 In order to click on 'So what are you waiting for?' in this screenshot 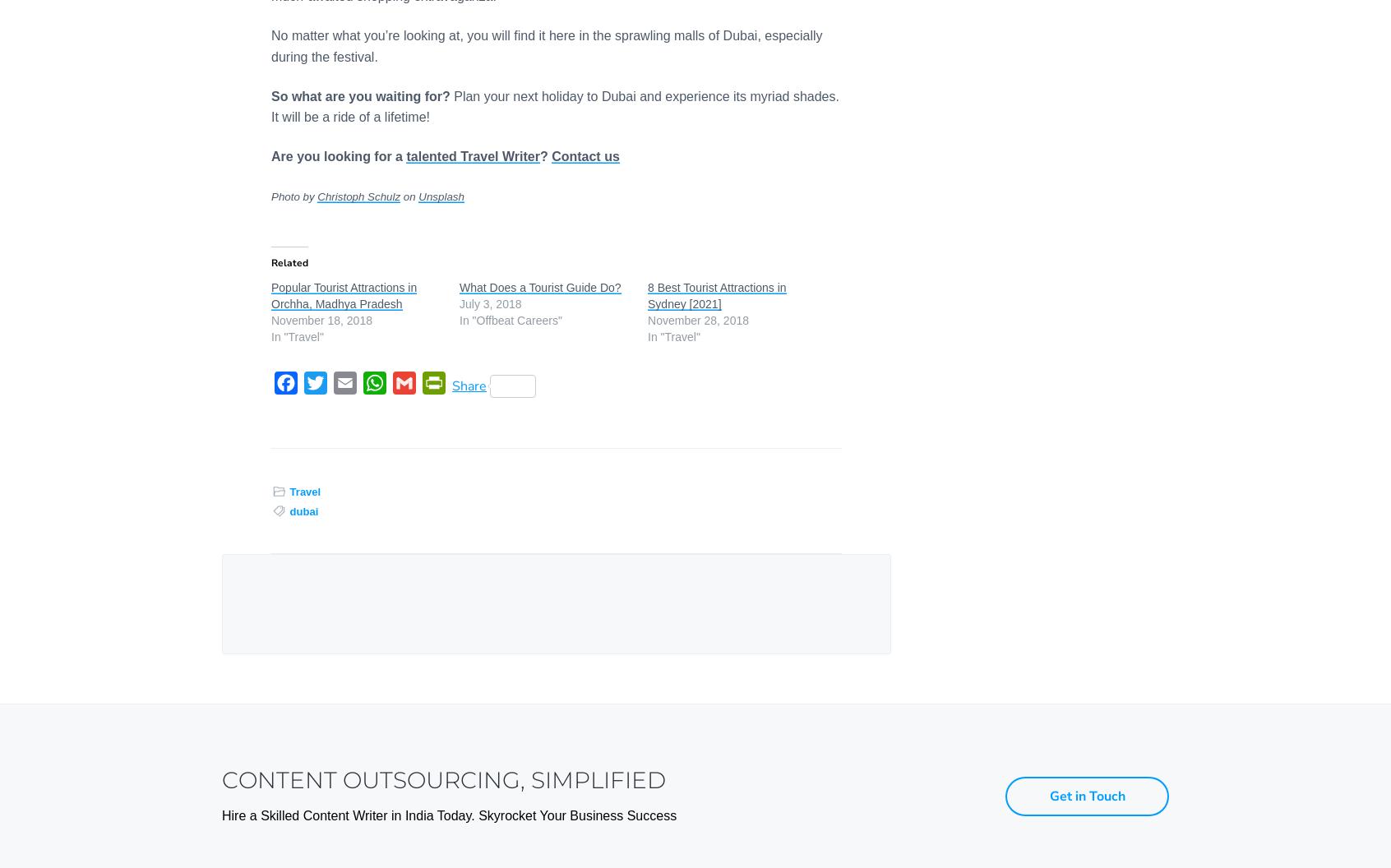, I will do `click(270, 95)`.